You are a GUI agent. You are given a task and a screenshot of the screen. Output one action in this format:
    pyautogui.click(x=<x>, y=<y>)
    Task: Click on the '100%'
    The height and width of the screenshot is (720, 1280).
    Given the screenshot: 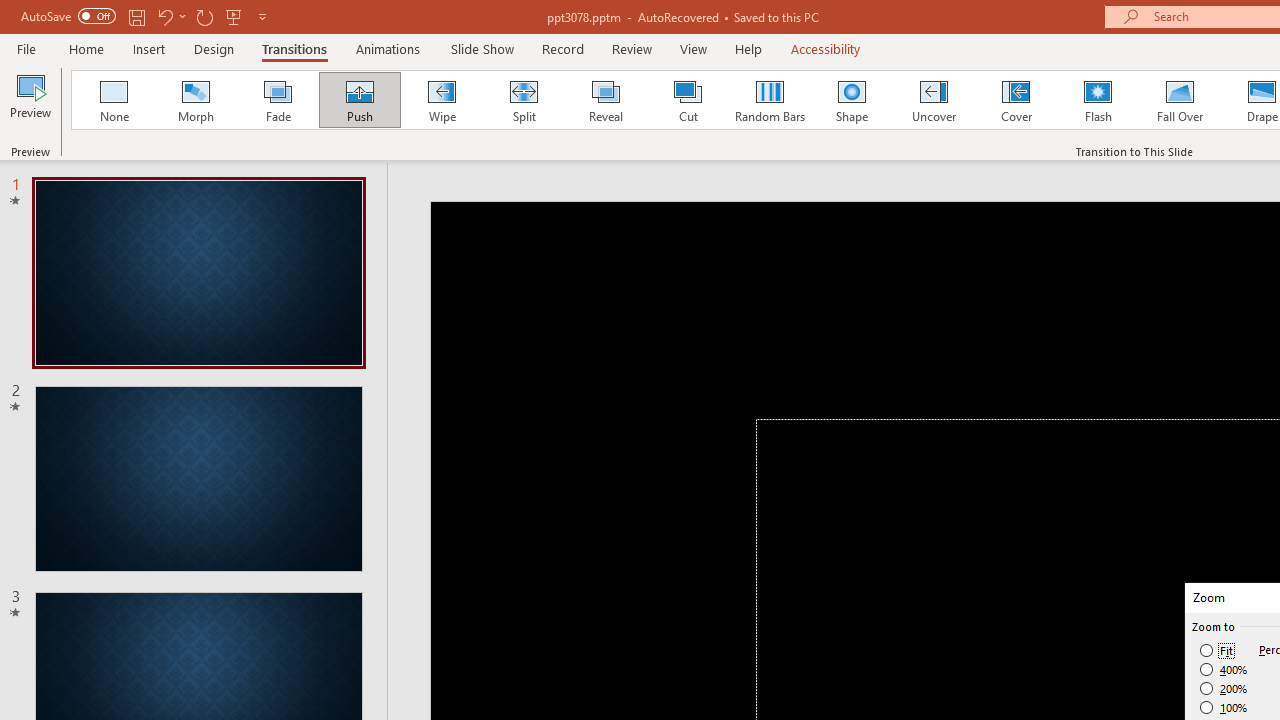 What is the action you would take?
    pyautogui.click(x=1223, y=706)
    